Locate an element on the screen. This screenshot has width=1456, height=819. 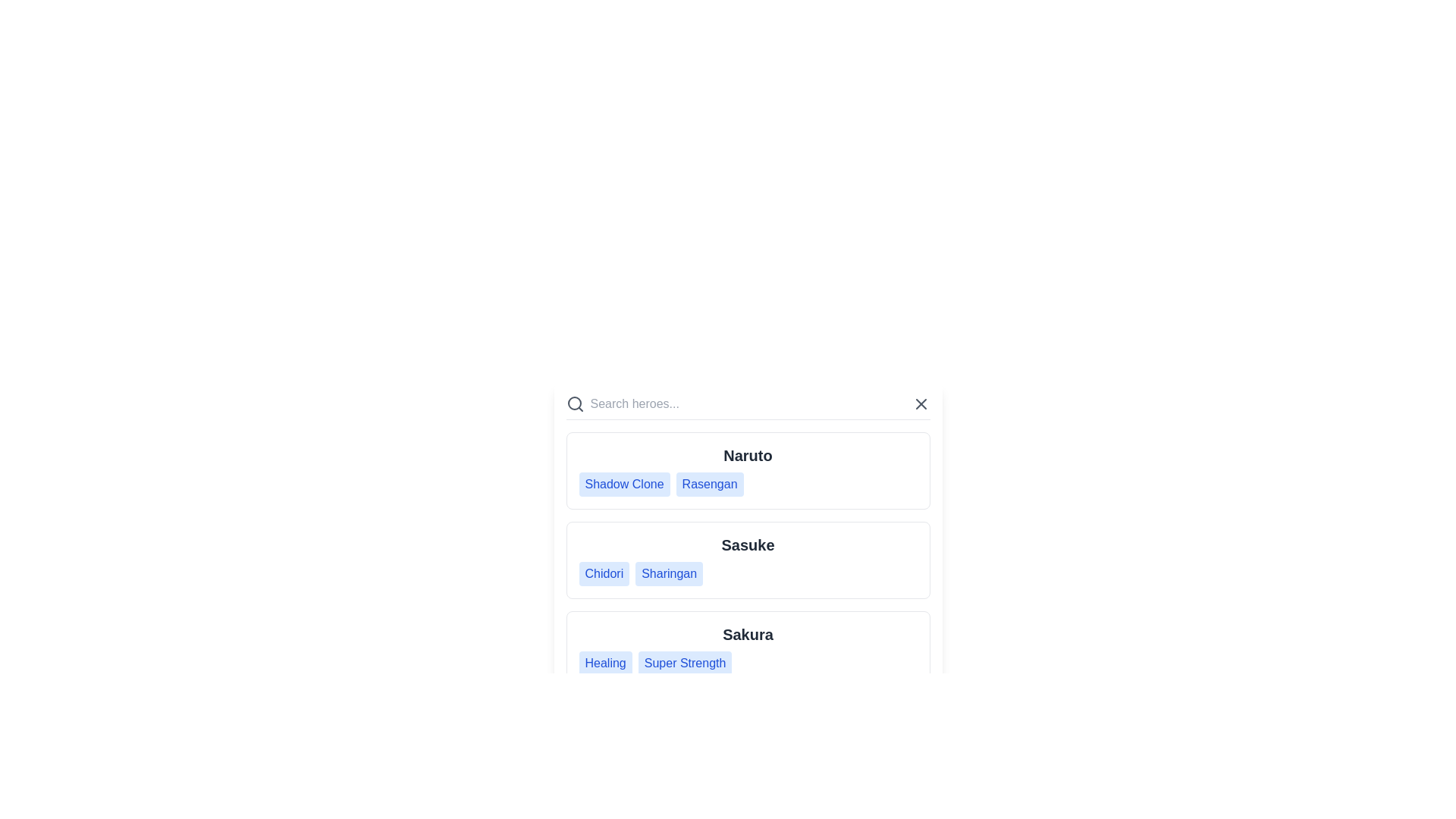
the Text label that serves as a title for the associated character card, located at the top-center of a grouped card, below the hero cards for 'Naruto' and 'Sasuke' is located at coordinates (748, 635).